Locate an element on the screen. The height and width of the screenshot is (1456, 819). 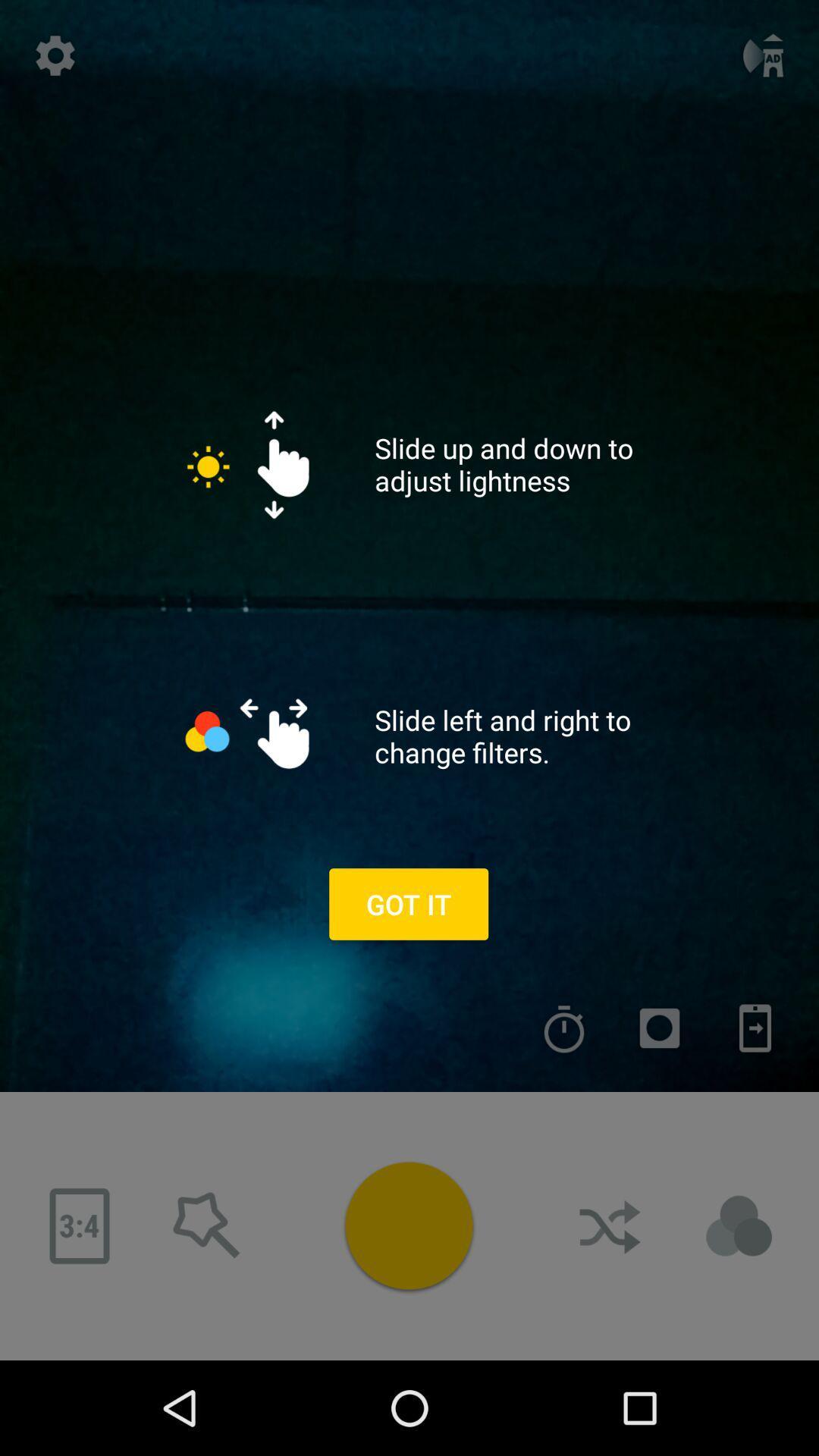
the time icon is located at coordinates (564, 1028).